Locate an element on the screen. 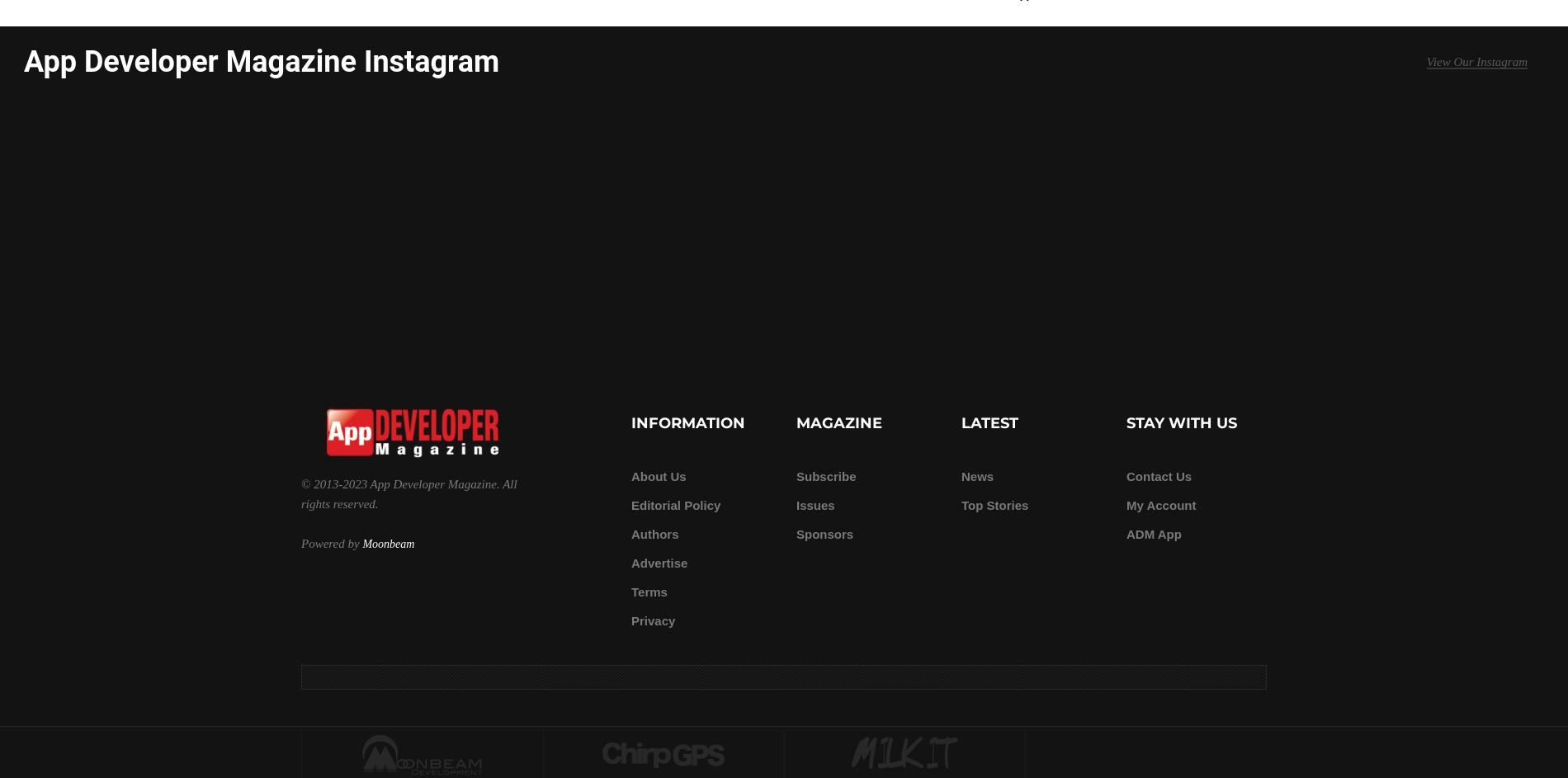 Image resolution: width=1568 pixels, height=778 pixels. 'News' is located at coordinates (977, 475).